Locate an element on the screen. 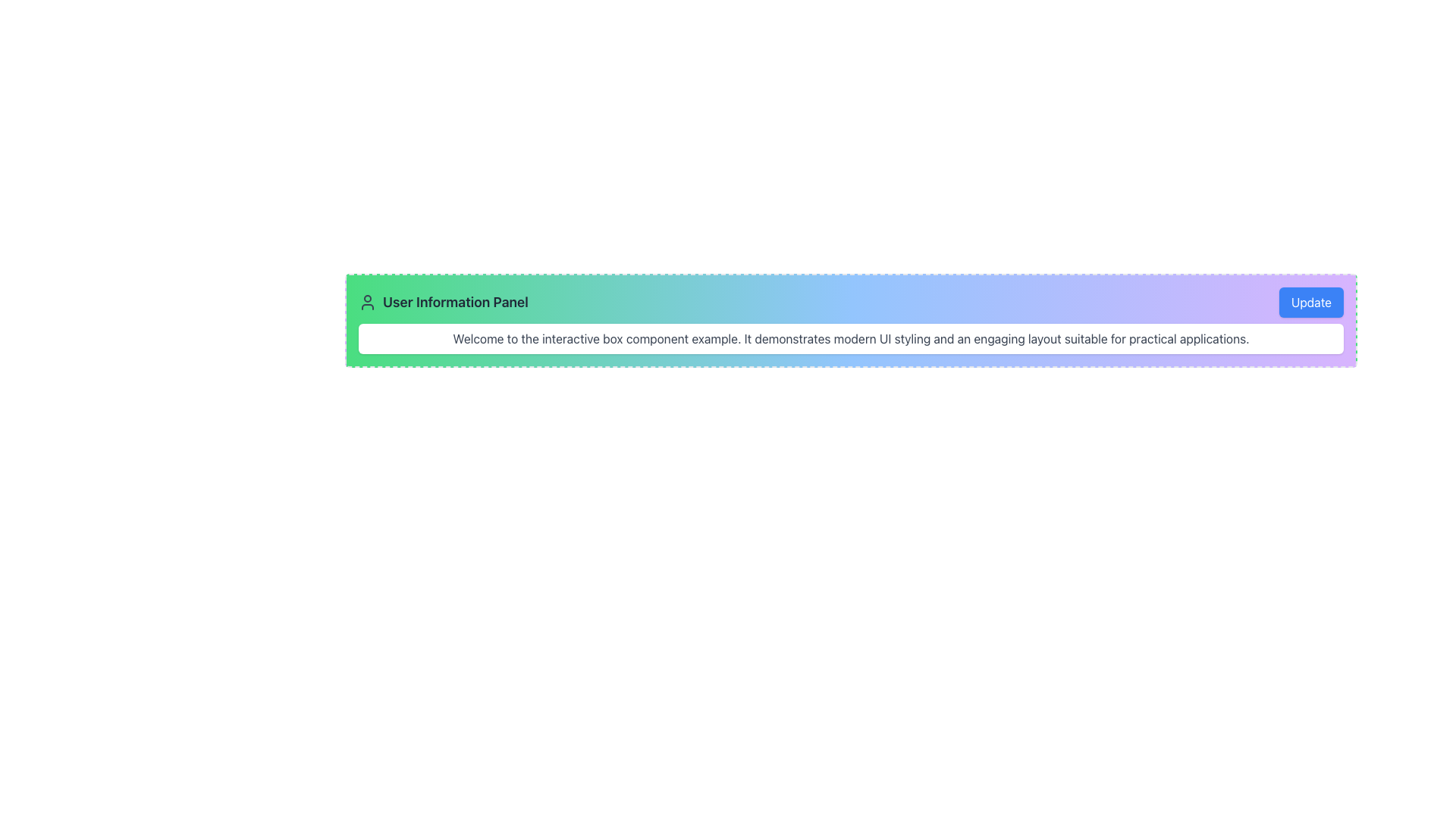 The width and height of the screenshot is (1456, 819). the user silhouette icon located to the left of the 'User Information Panel' heading is located at coordinates (367, 302).